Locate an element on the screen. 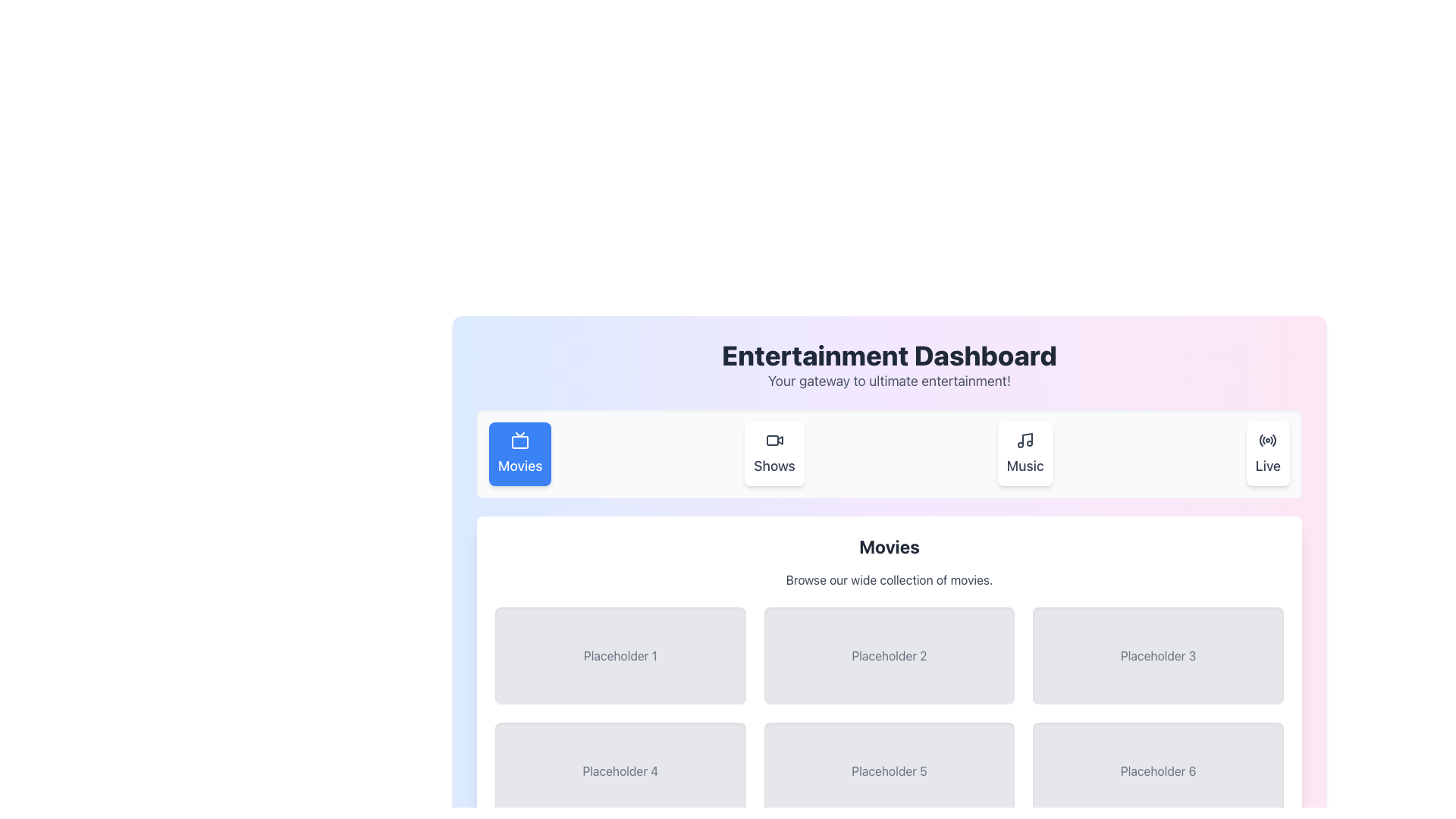 This screenshot has height=819, width=1456. the second static placeholder component in the grid layout, which serves as an interactive or informational content area is located at coordinates (889, 654).